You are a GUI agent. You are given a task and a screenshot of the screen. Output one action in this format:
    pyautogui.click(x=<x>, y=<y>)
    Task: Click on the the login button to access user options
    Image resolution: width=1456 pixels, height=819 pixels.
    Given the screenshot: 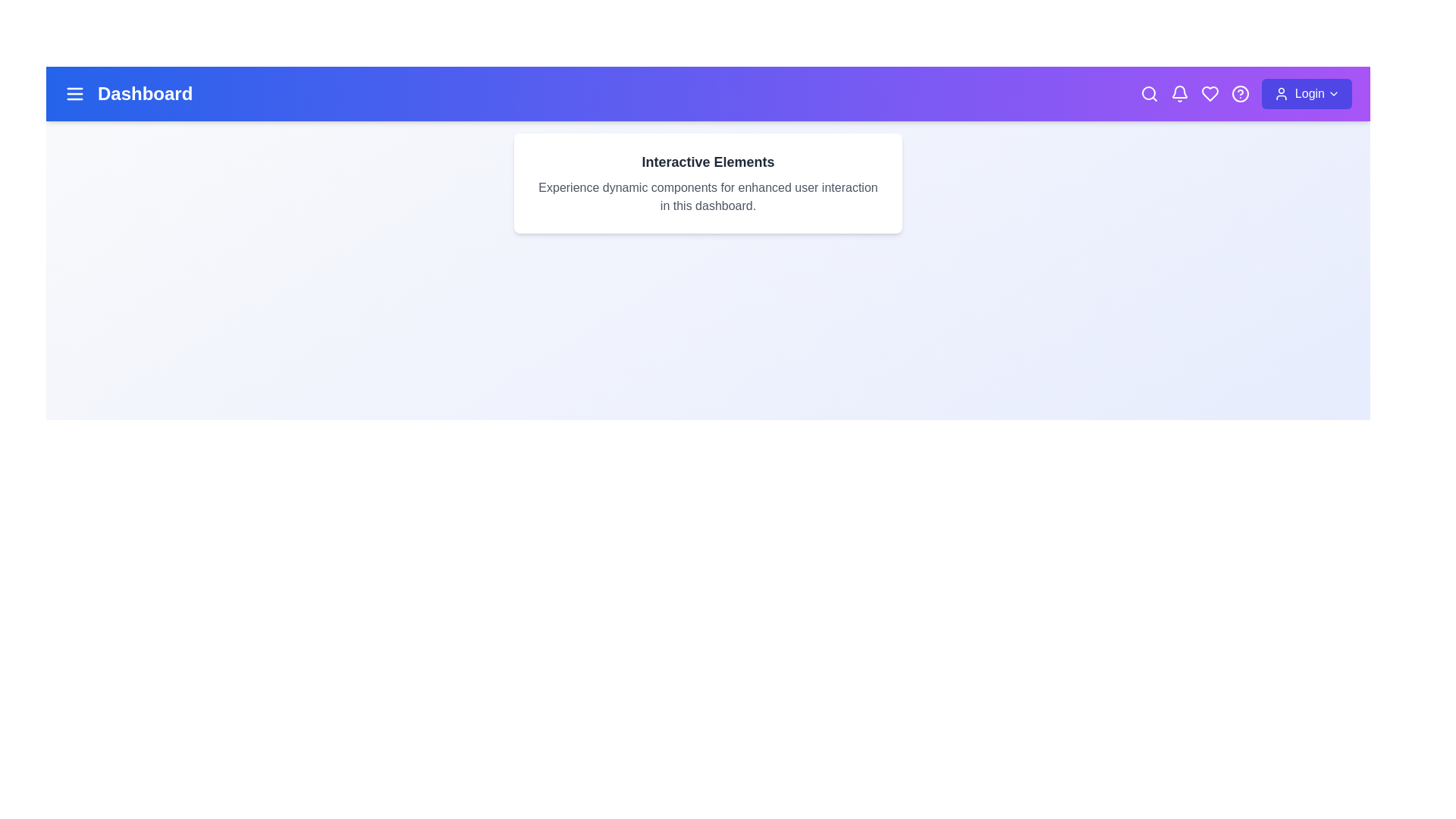 What is the action you would take?
    pyautogui.click(x=1306, y=93)
    